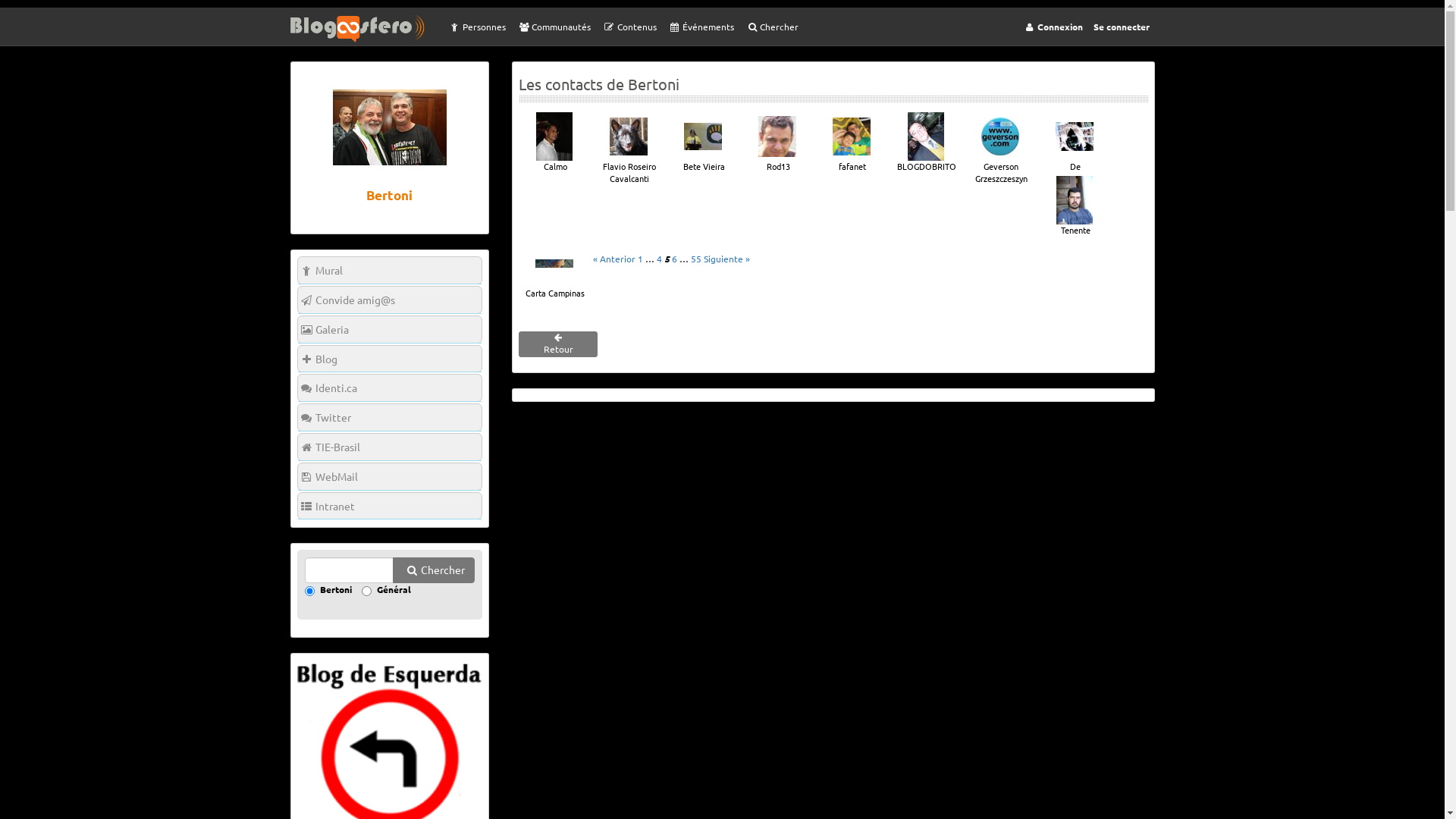 This screenshot has width=1456, height=819. I want to click on 'Se connecter', so click(1121, 26).